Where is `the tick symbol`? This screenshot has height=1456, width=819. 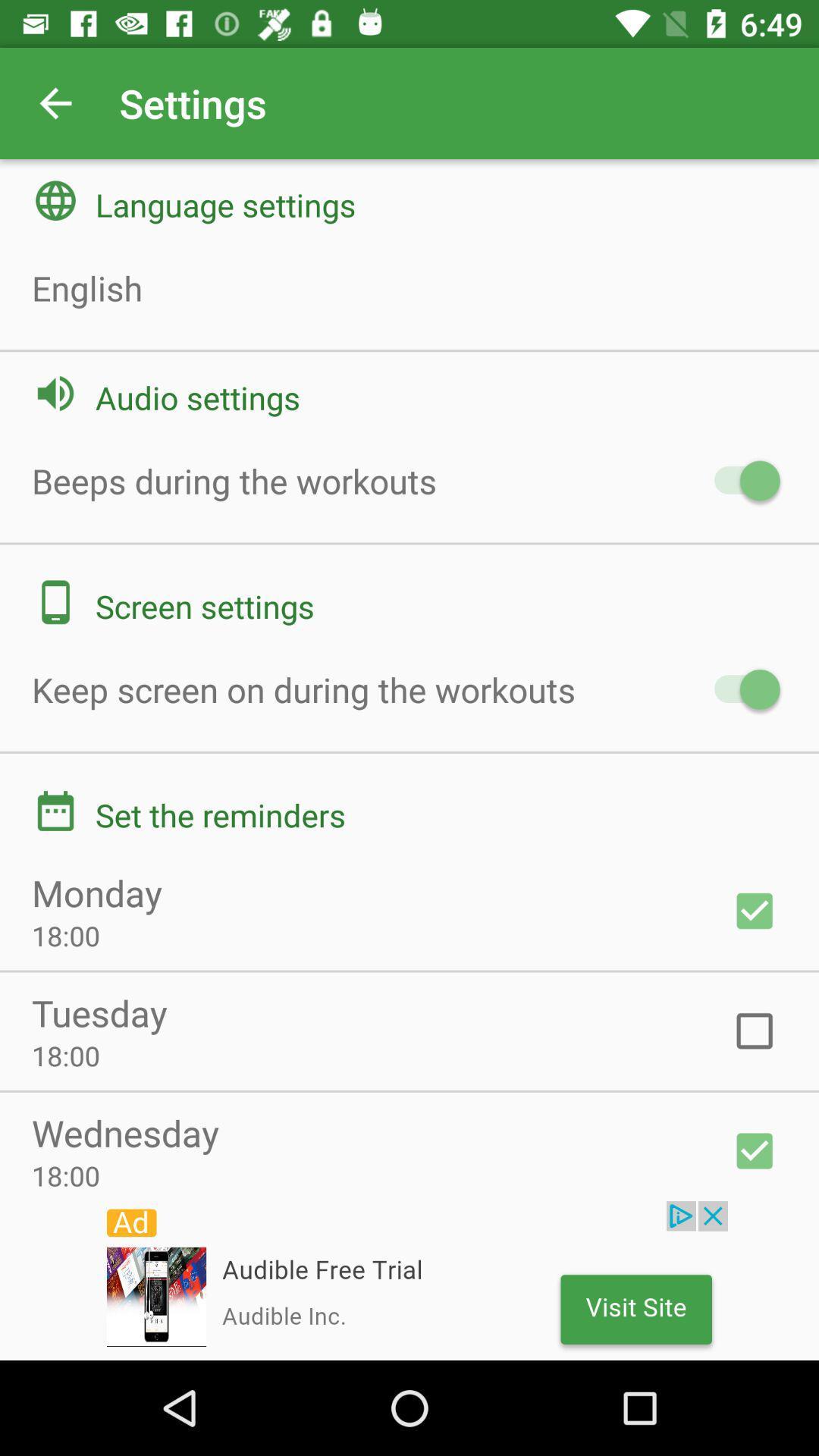 the tick symbol is located at coordinates (755, 1150).